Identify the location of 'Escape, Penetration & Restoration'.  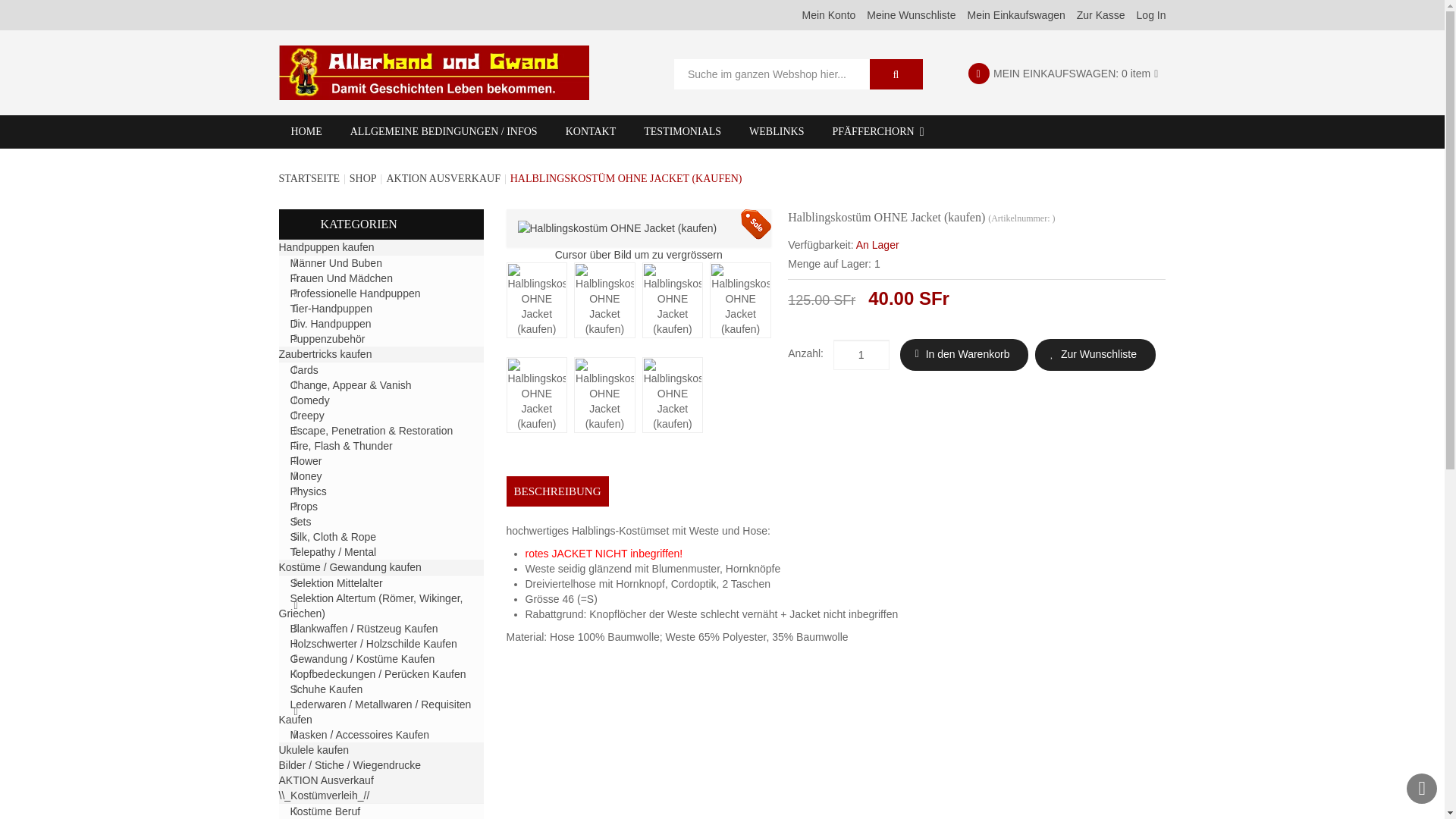
(371, 430).